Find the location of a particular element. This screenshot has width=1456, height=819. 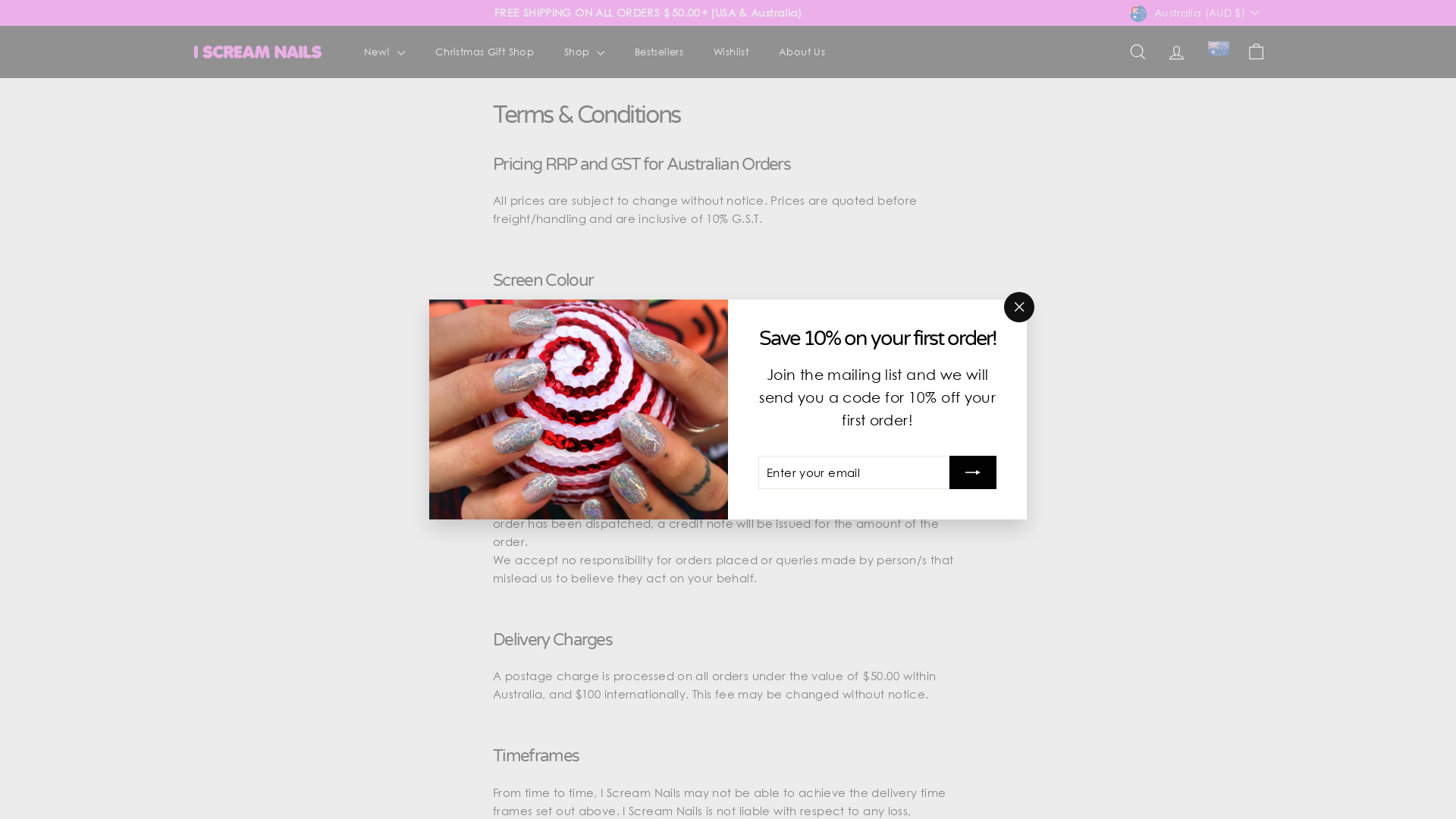

'Wishlist' is located at coordinates (698, 51).